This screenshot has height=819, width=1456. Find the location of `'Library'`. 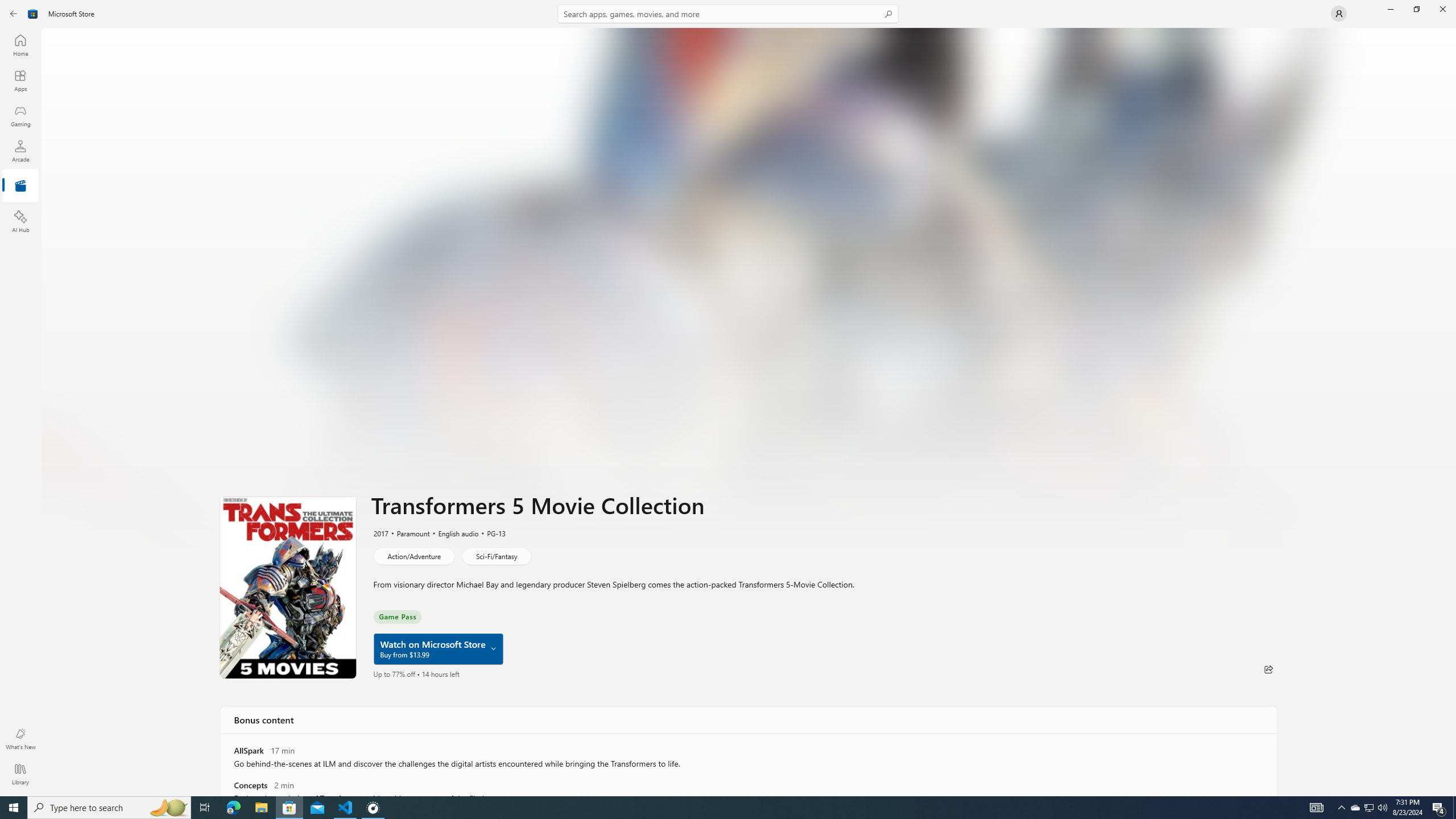

'Library' is located at coordinates (19, 773).